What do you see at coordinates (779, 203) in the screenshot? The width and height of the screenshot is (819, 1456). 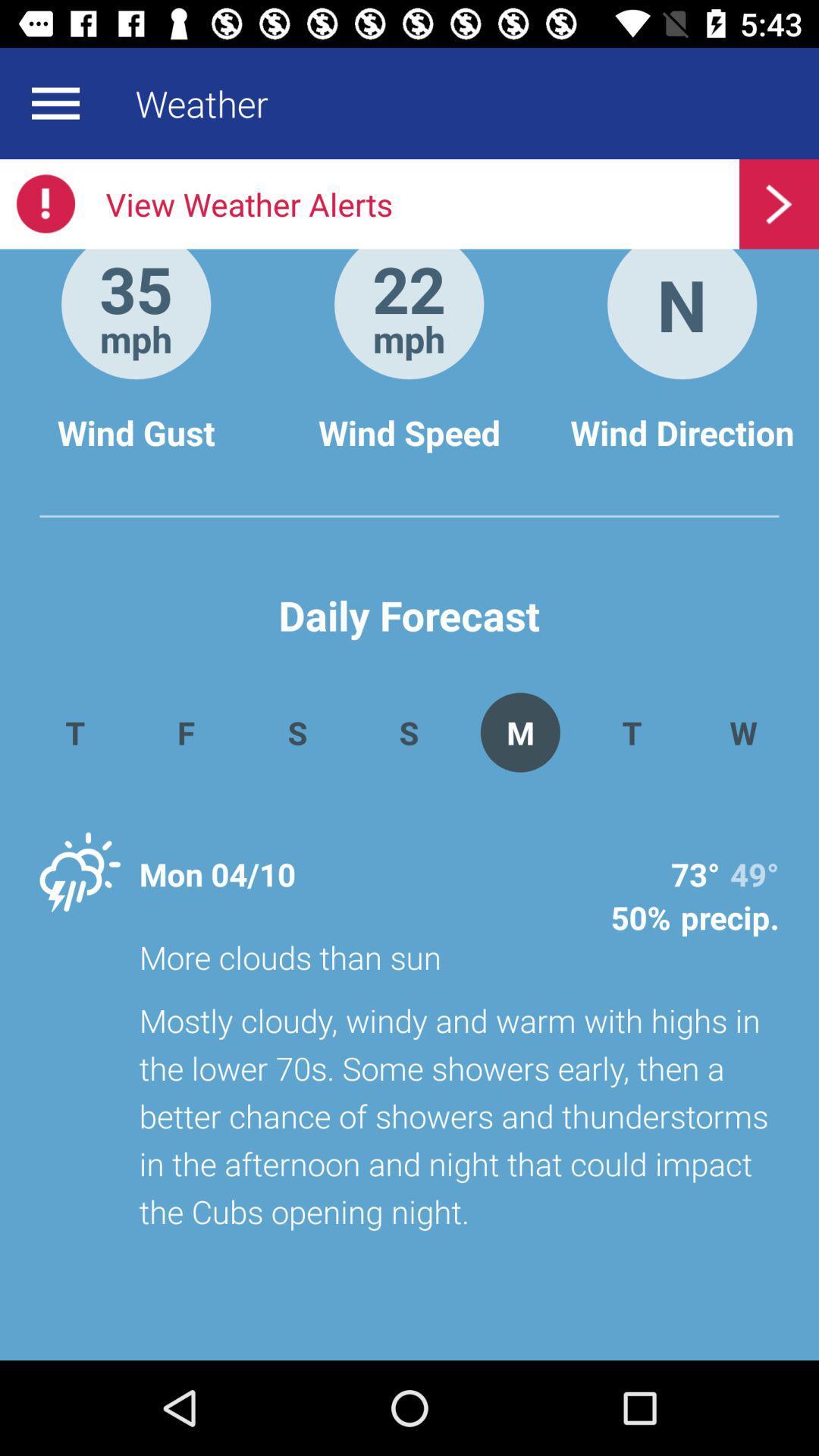 I see `the button` at bounding box center [779, 203].